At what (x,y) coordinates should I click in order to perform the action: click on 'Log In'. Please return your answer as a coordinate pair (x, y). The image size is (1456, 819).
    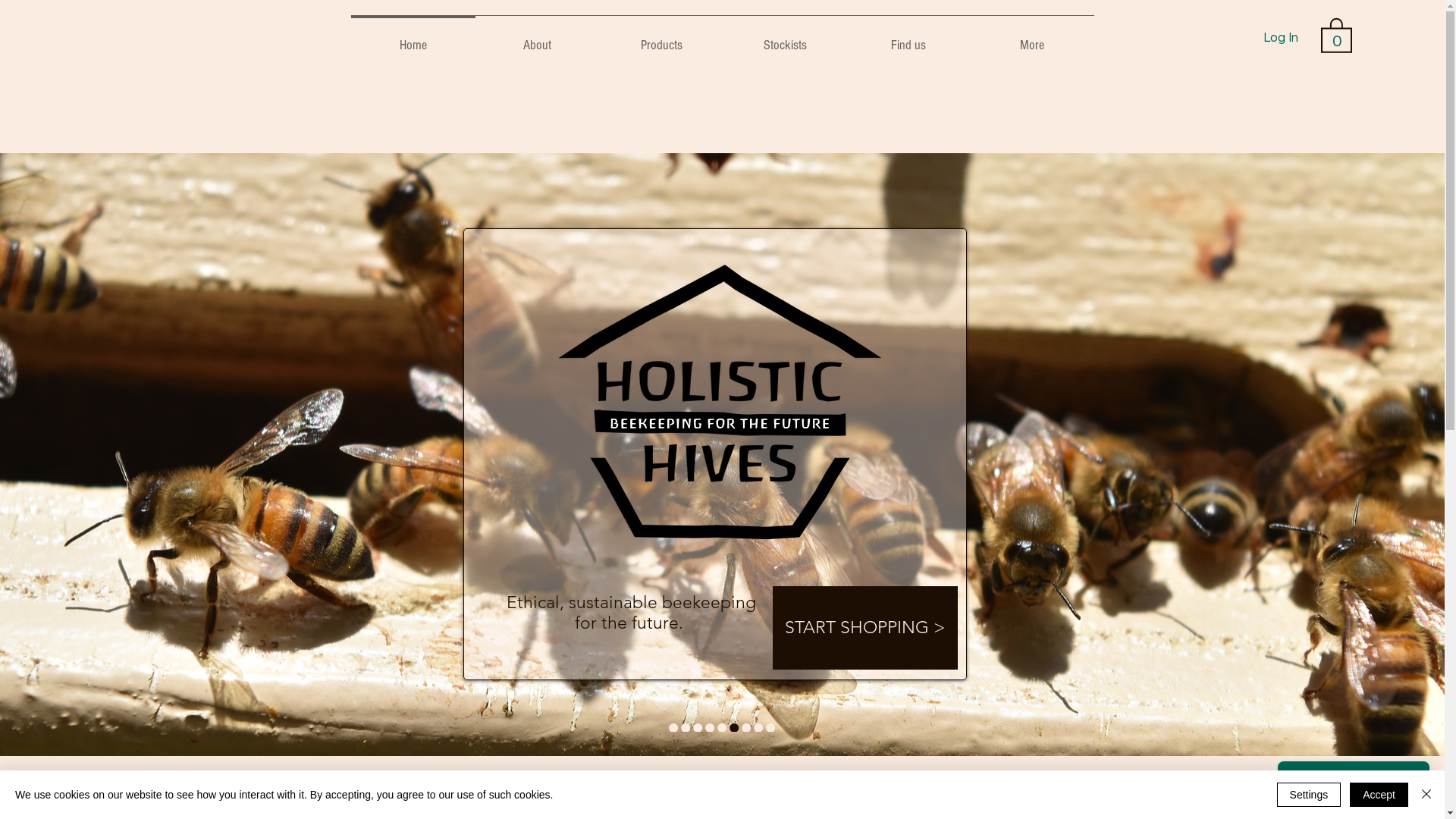
    Looking at the image, I should click on (1280, 37).